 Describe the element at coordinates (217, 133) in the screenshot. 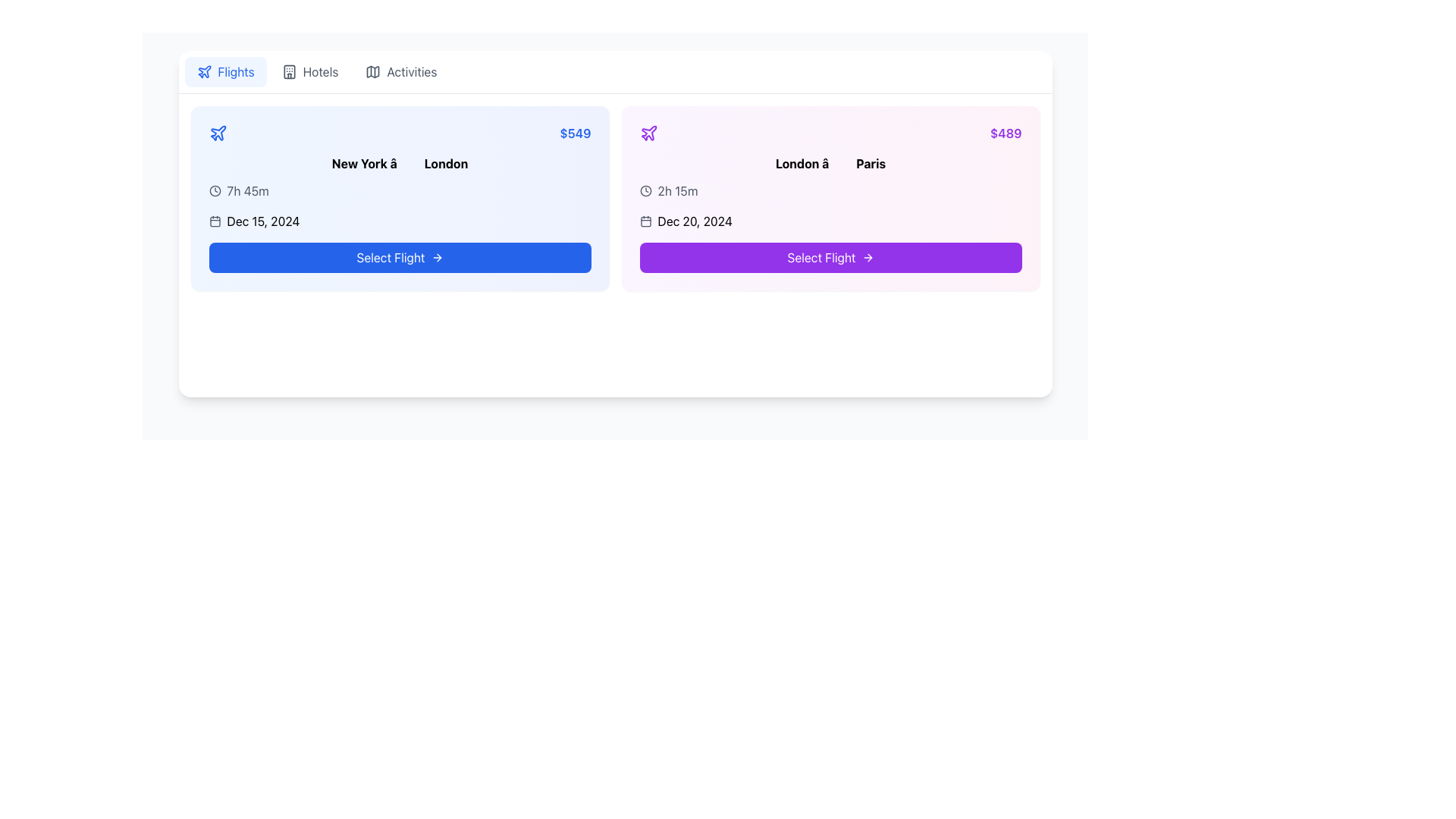

I see `the airplane icon located at the top-left corner of the flight ticket card, which represents a flight option or airline association` at that location.